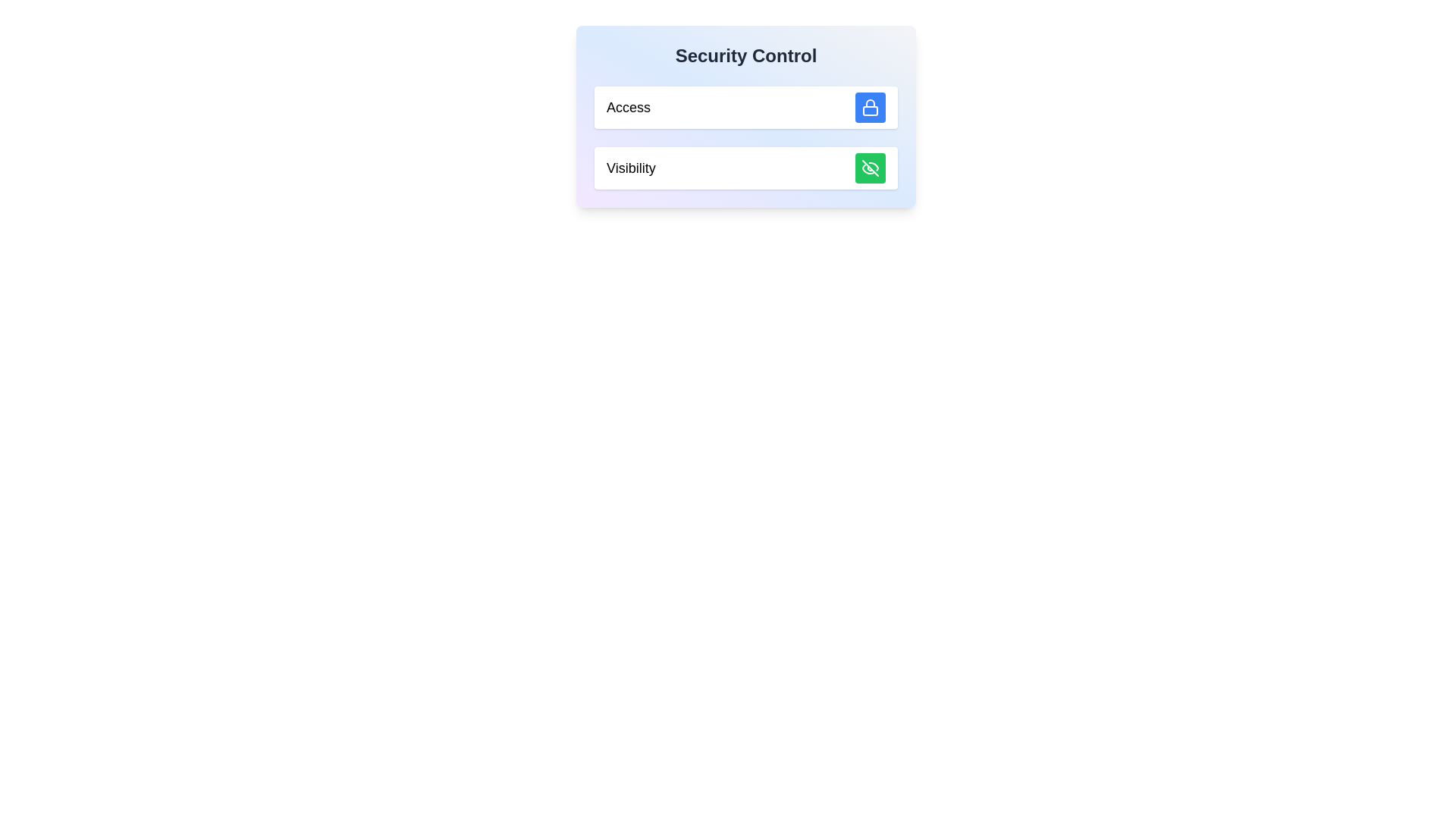 The image size is (1456, 819). Describe the element at coordinates (870, 110) in the screenshot. I see `the SVG rectangle with rounded corners located inside the blue lock icon in the 'Access' row of the Security Control panel` at that location.